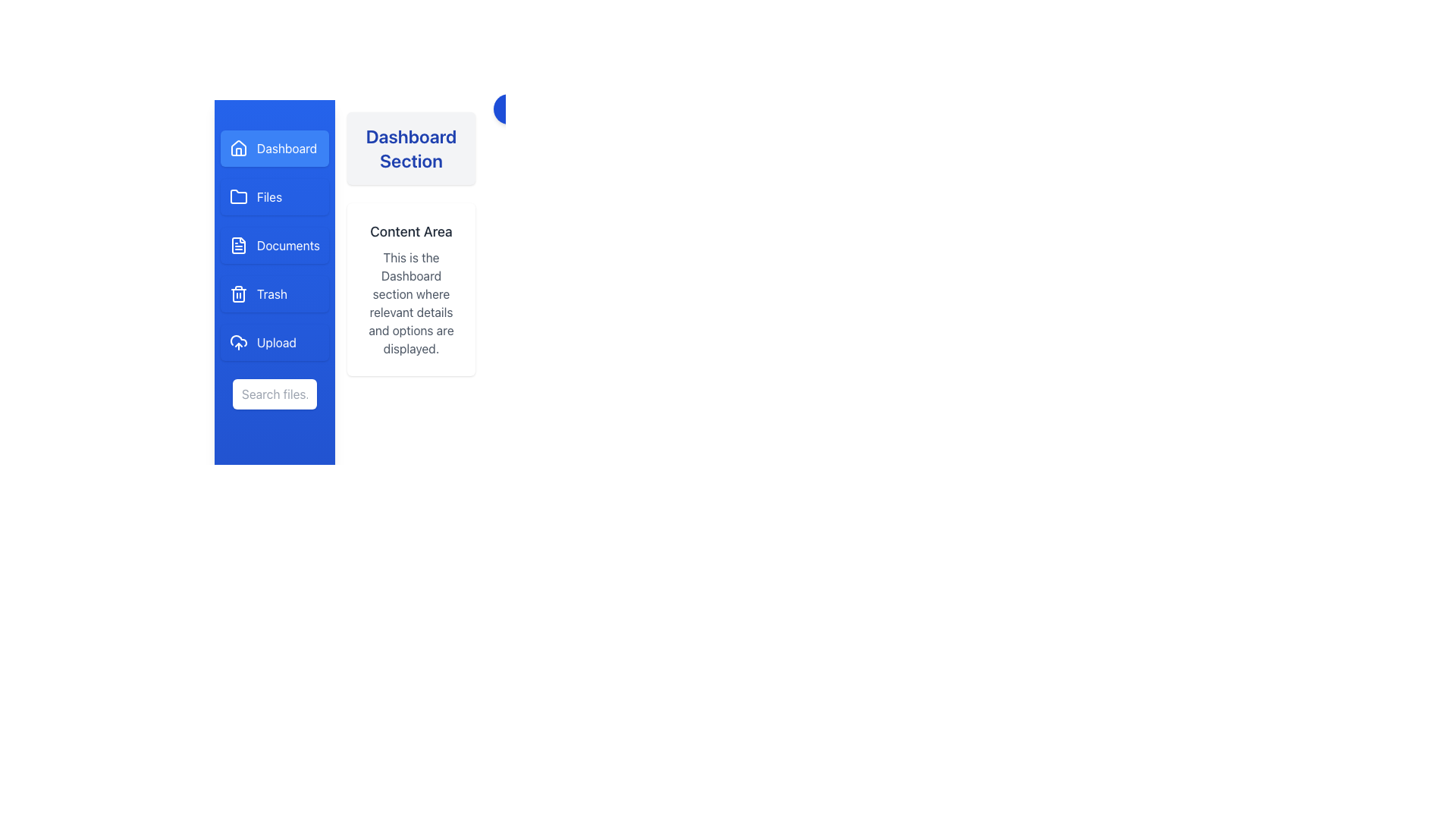 This screenshot has width=1456, height=819. Describe the element at coordinates (411, 231) in the screenshot. I see `the 'Content Area' text label, which is a bold, medium-sized label in dark gray color located at the top of a white, rounded rectangle card` at that location.